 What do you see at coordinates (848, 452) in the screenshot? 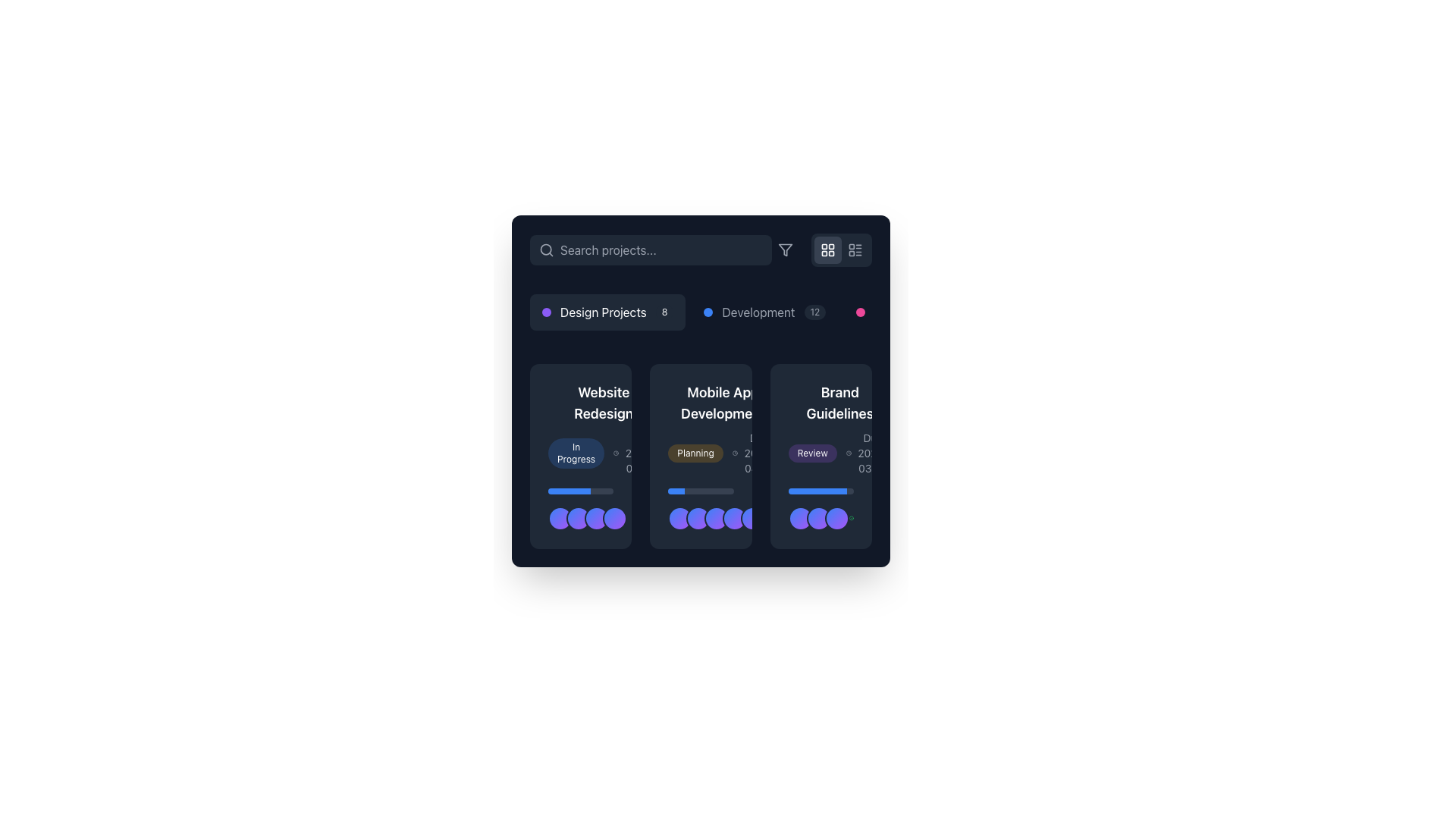
I see `the small gray clock icon SVG graphic located` at bounding box center [848, 452].